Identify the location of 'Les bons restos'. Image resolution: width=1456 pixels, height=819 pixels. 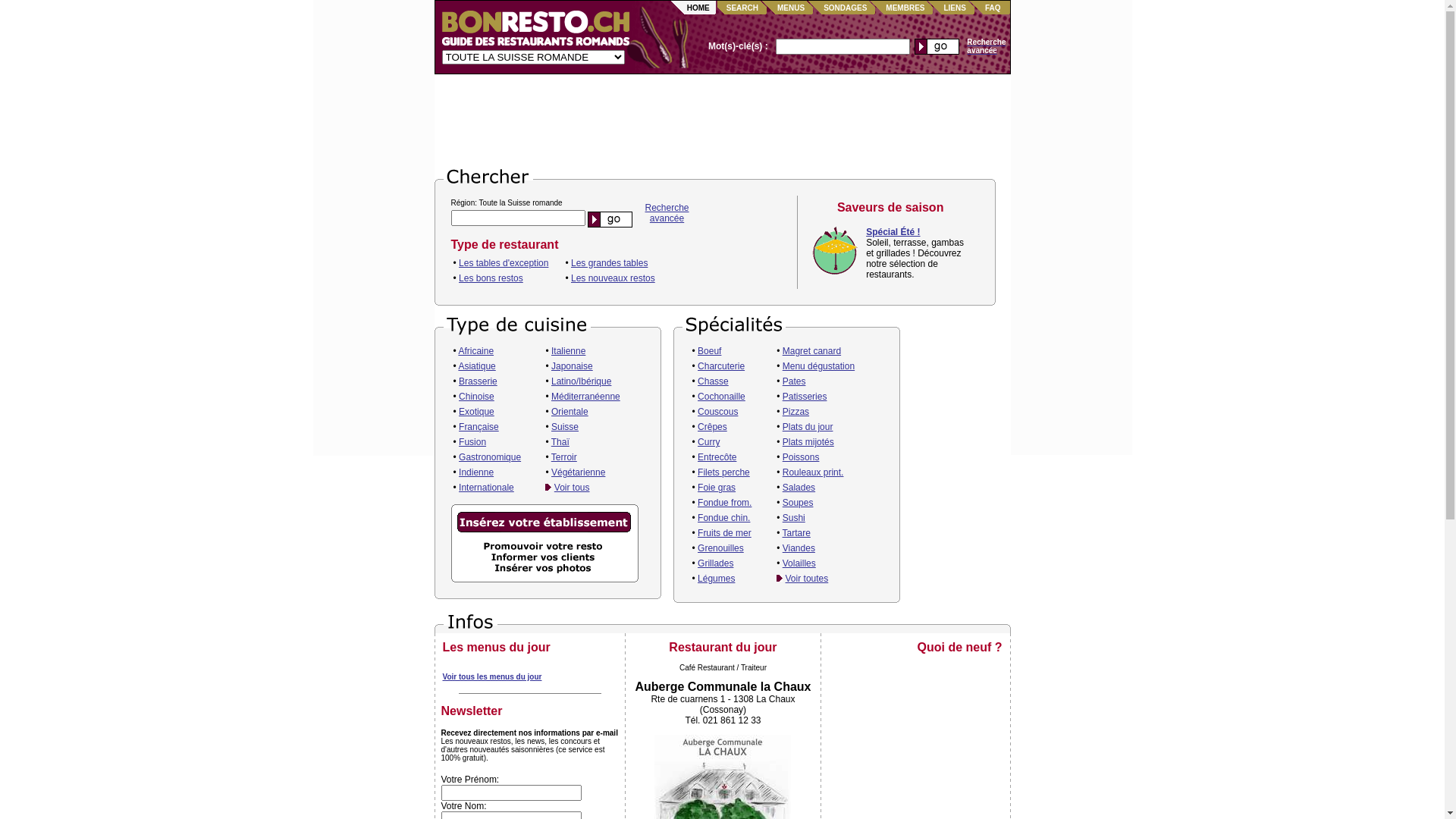
(491, 278).